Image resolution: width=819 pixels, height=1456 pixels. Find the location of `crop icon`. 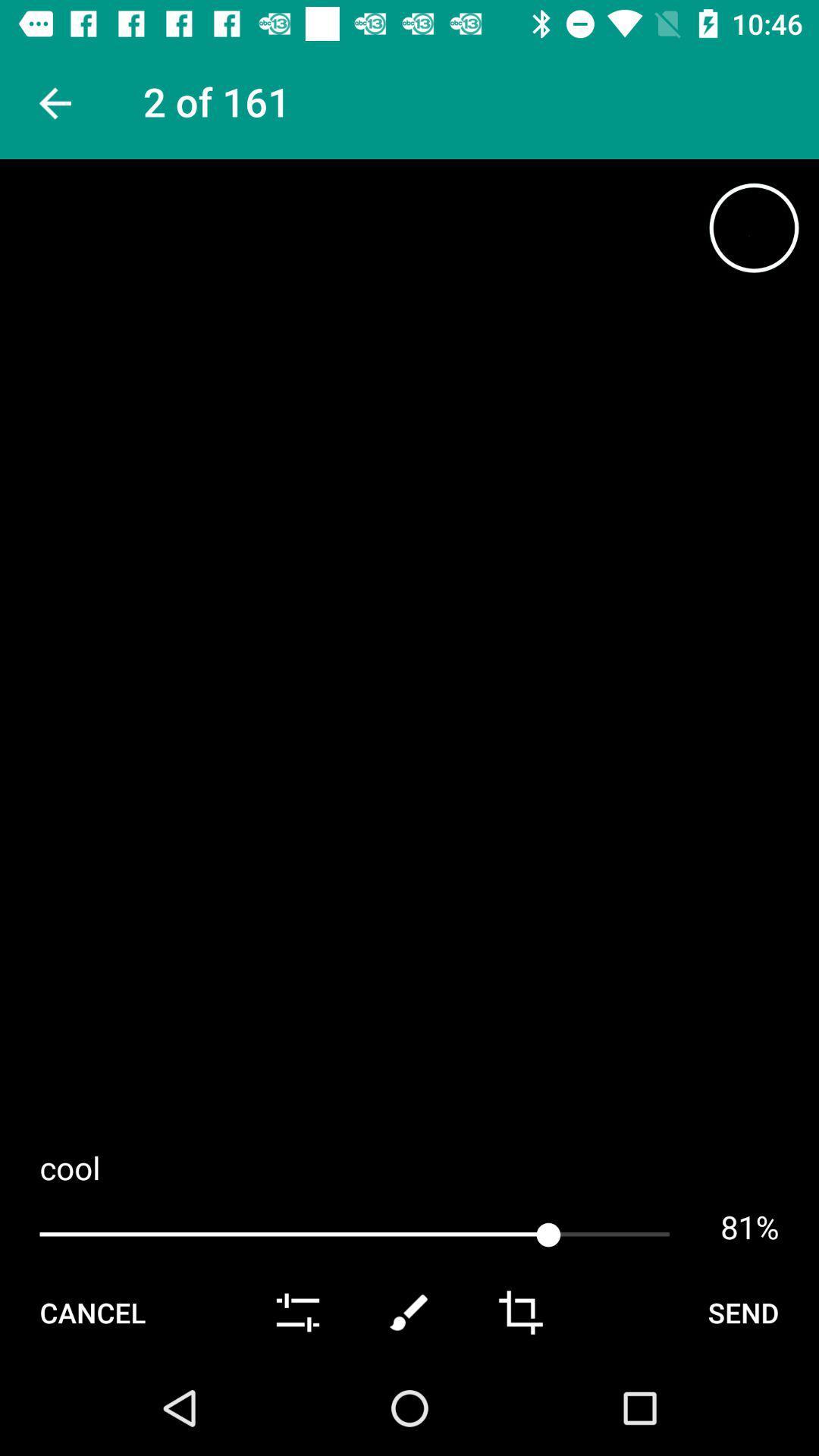

crop icon is located at coordinates (519, 1312).